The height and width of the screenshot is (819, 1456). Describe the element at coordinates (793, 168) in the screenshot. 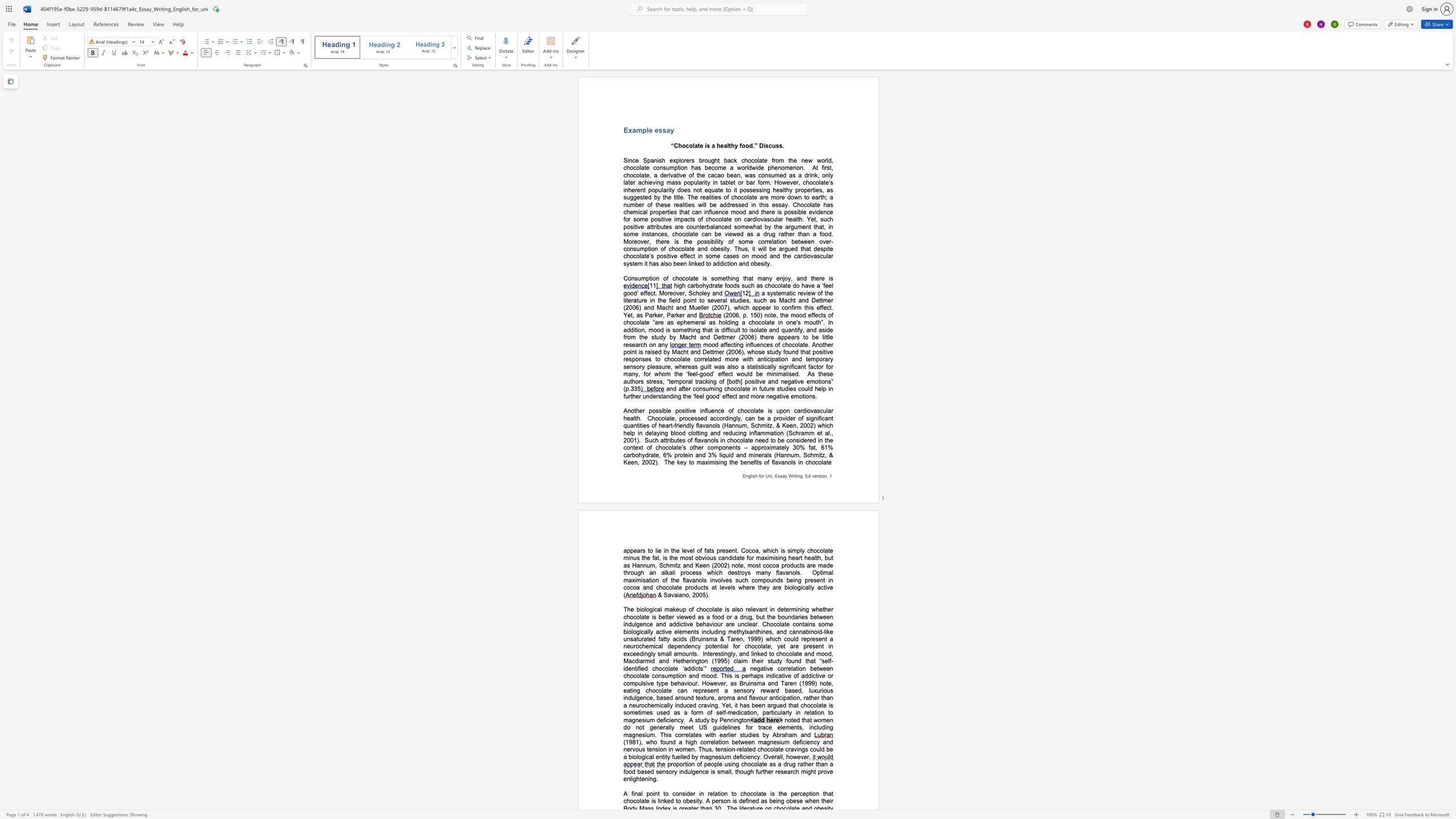

I see `the subset text "non" within the text "Since Spanish explorers brought back chocolate from the new world, chocolate consumption has become a worldwide phenomenon"` at that location.